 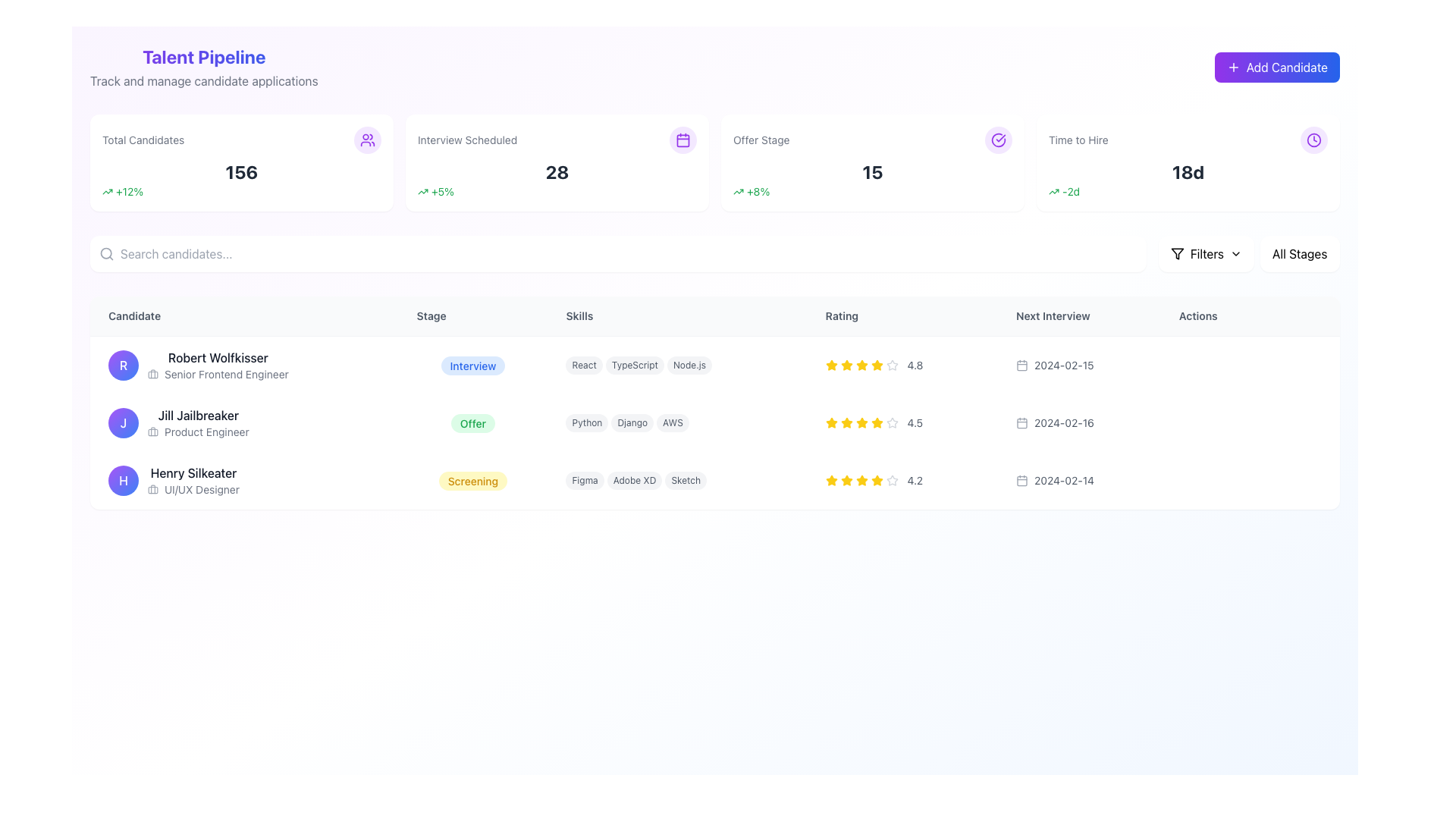 What do you see at coordinates (1022, 480) in the screenshot?
I see `the calendar icon in the 'Next Interview' column for the last-listed candidate` at bounding box center [1022, 480].